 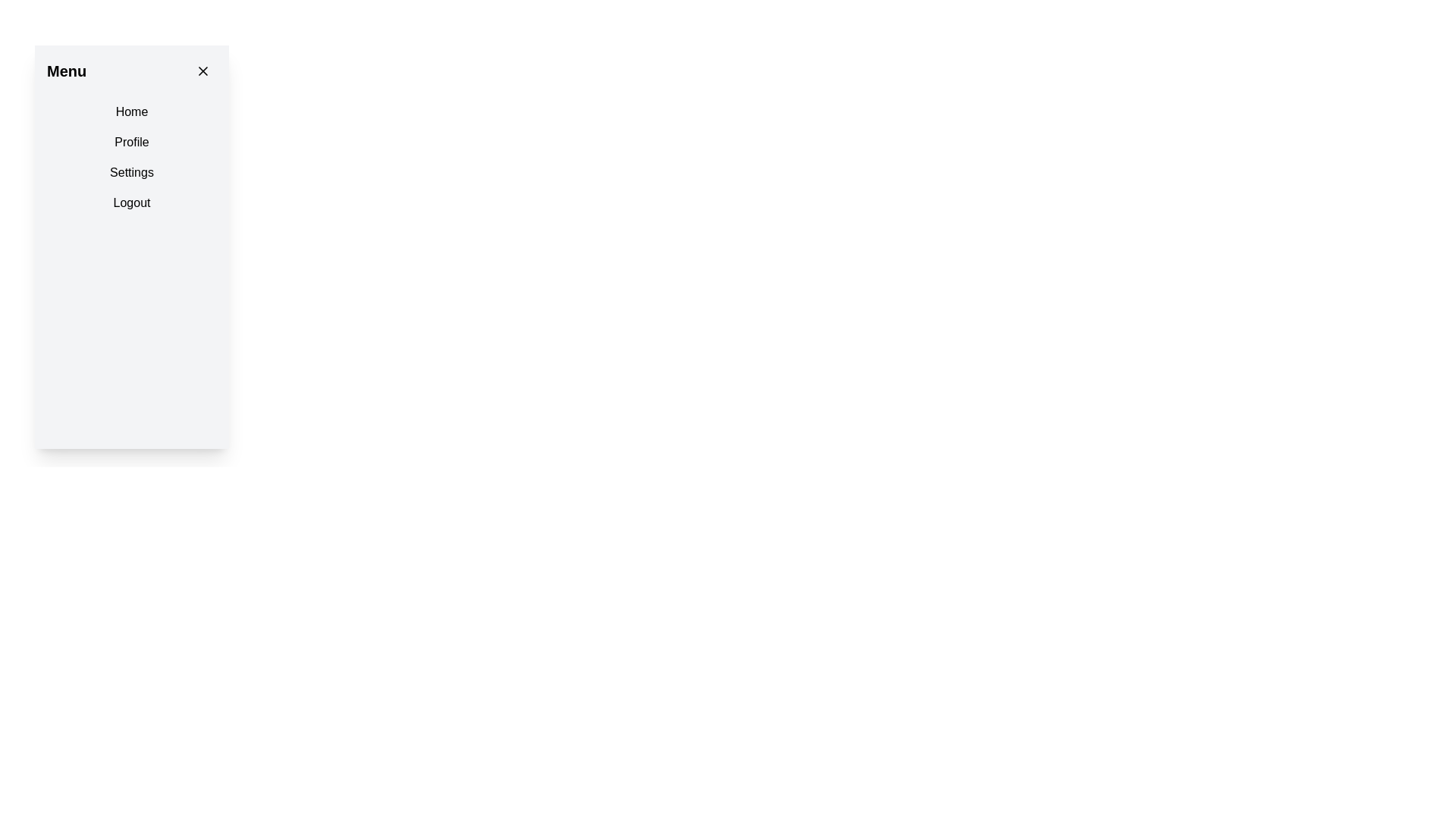 What do you see at coordinates (131, 202) in the screenshot?
I see `the 'Logout' text button located at the bottom of the menu list` at bounding box center [131, 202].